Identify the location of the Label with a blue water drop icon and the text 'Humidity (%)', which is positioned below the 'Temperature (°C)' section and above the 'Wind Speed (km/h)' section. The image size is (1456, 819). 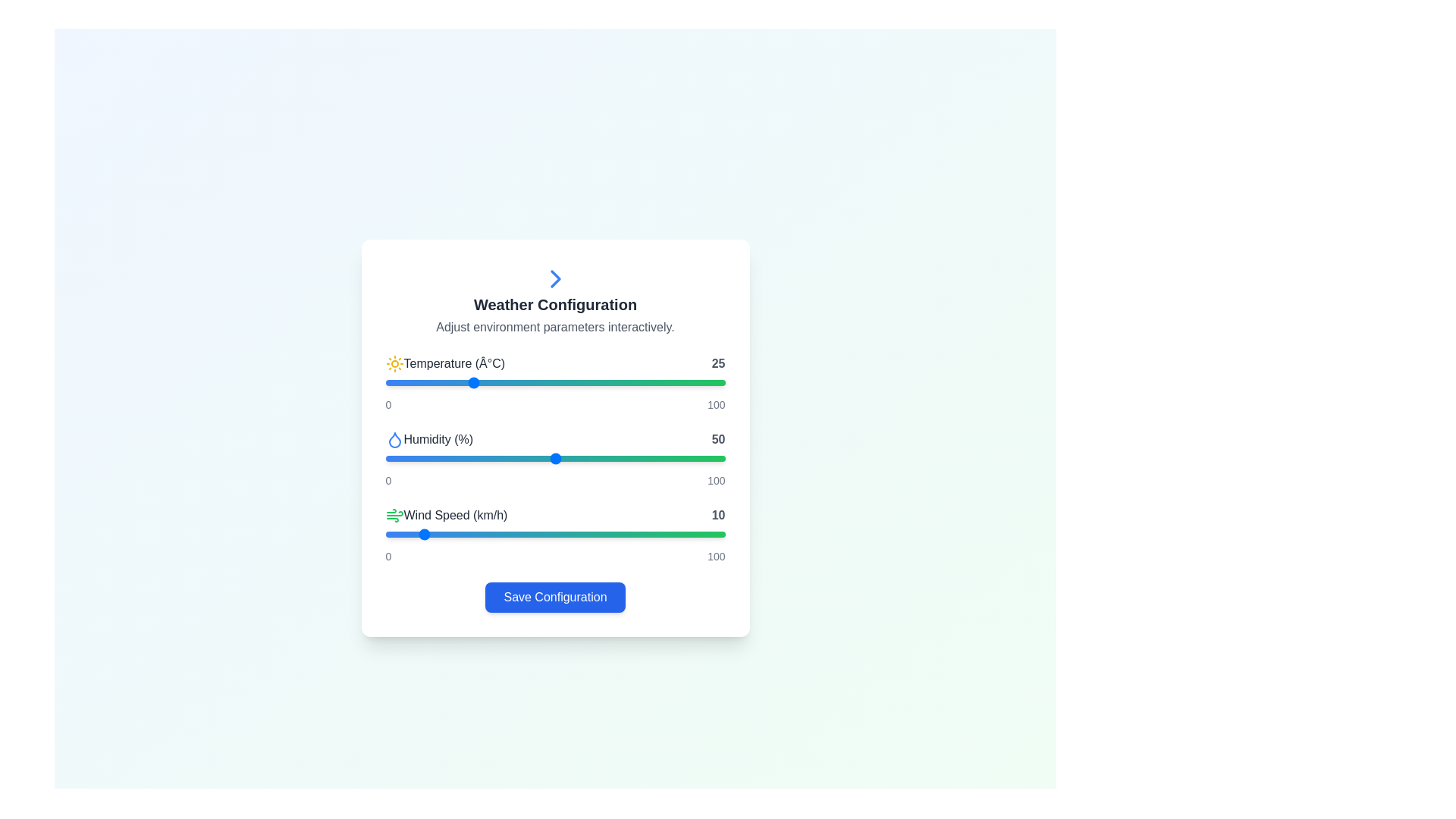
(428, 439).